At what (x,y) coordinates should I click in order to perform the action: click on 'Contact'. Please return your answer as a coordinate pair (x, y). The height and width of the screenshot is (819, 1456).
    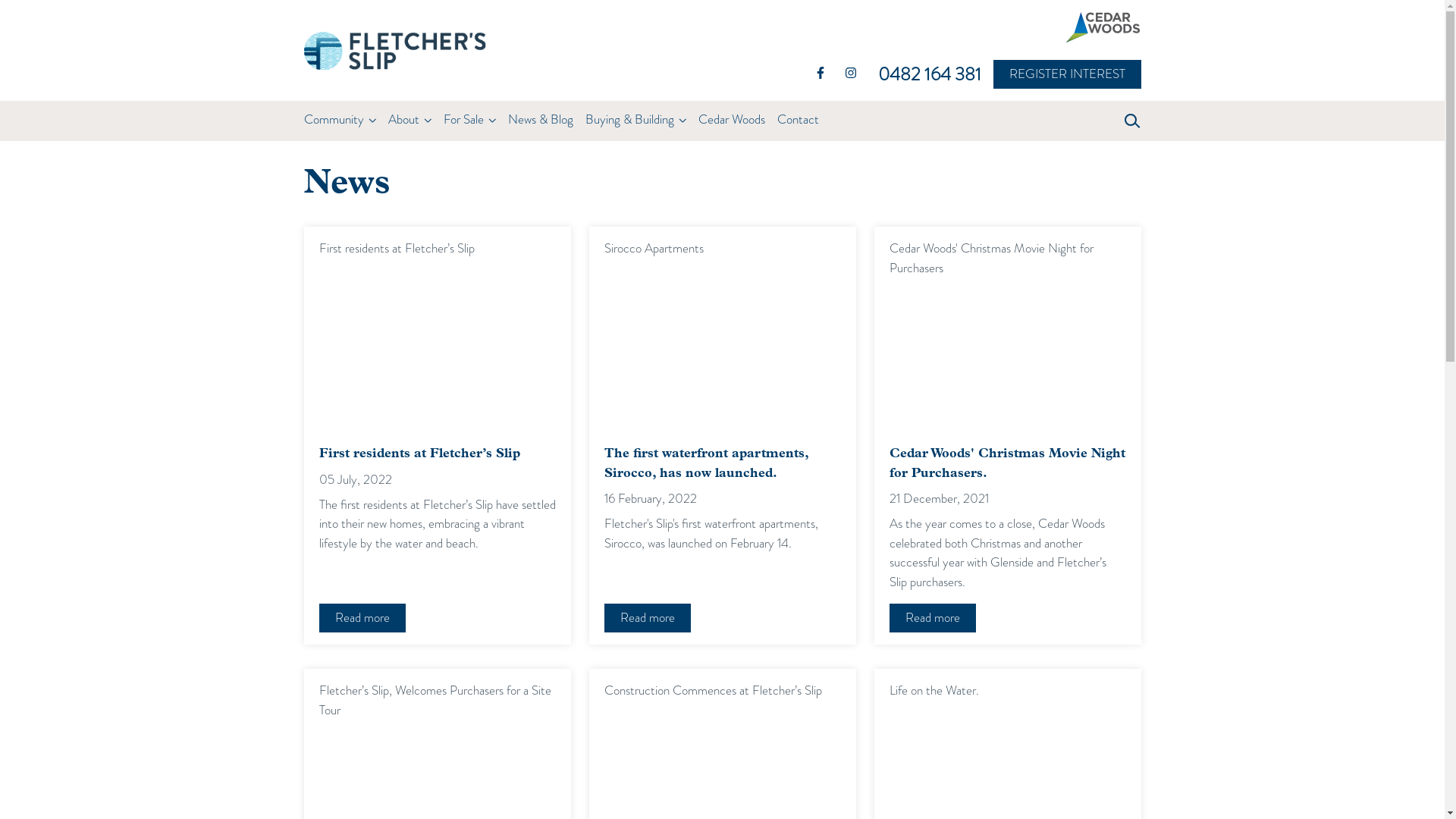
    Looking at the image, I should click on (796, 119).